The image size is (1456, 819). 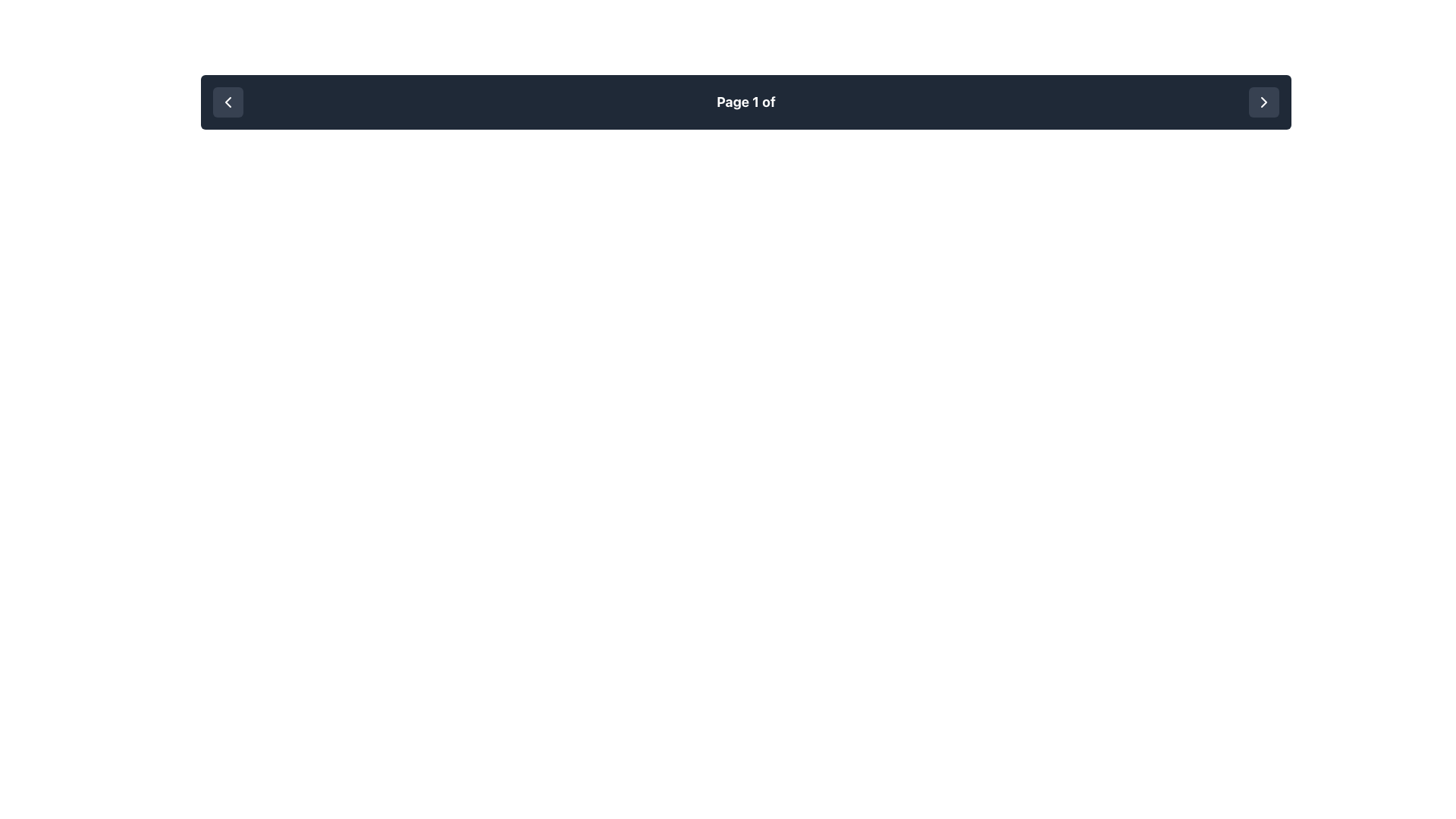 What do you see at coordinates (227, 102) in the screenshot?
I see `the back arrow icon located on the leftmost side of the header bar` at bounding box center [227, 102].